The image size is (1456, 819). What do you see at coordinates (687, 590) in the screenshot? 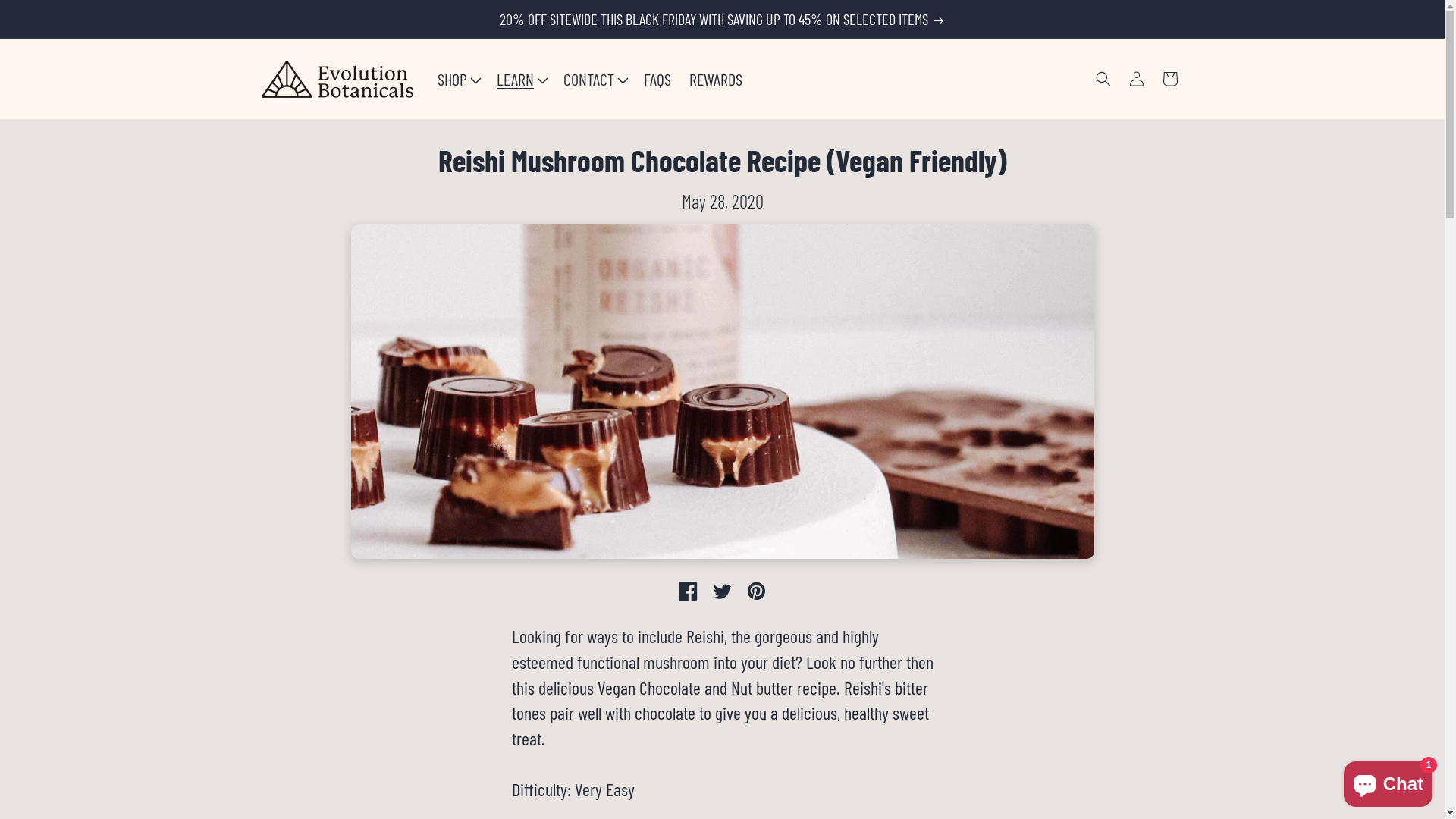
I see `'Facebook'` at bounding box center [687, 590].